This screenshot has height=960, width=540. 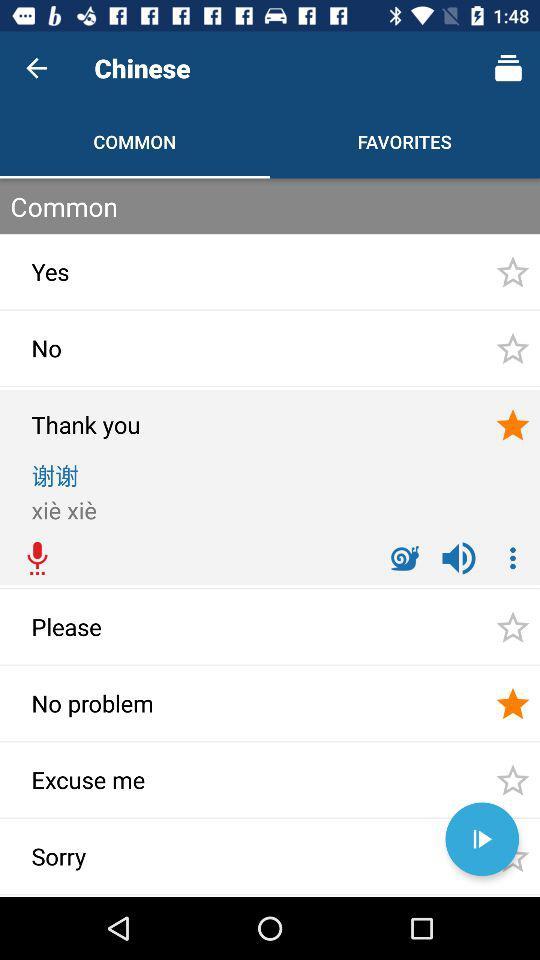 I want to click on the av_forward icon, so click(x=481, y=839).